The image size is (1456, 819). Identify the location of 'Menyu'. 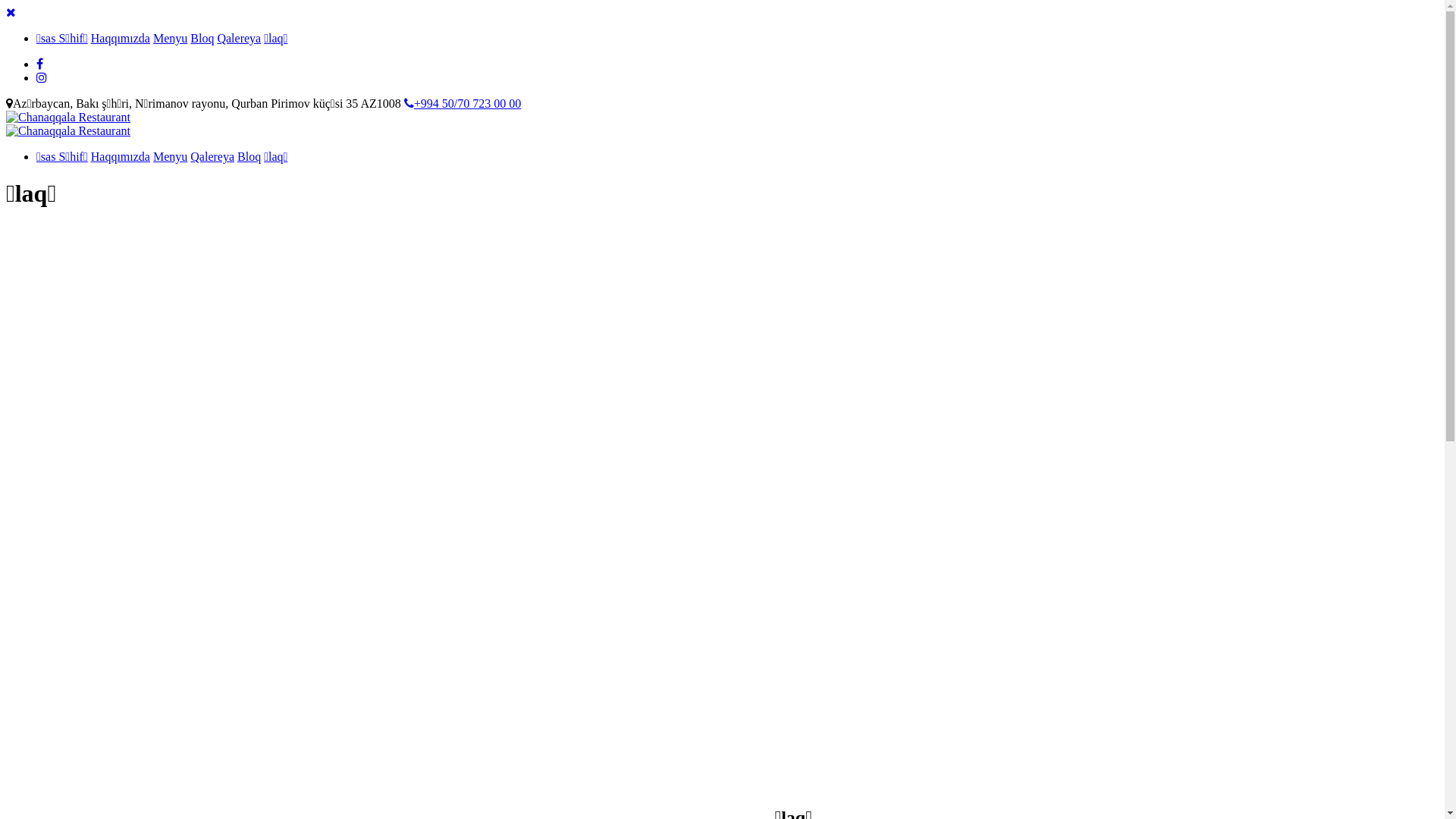
(170, 37).